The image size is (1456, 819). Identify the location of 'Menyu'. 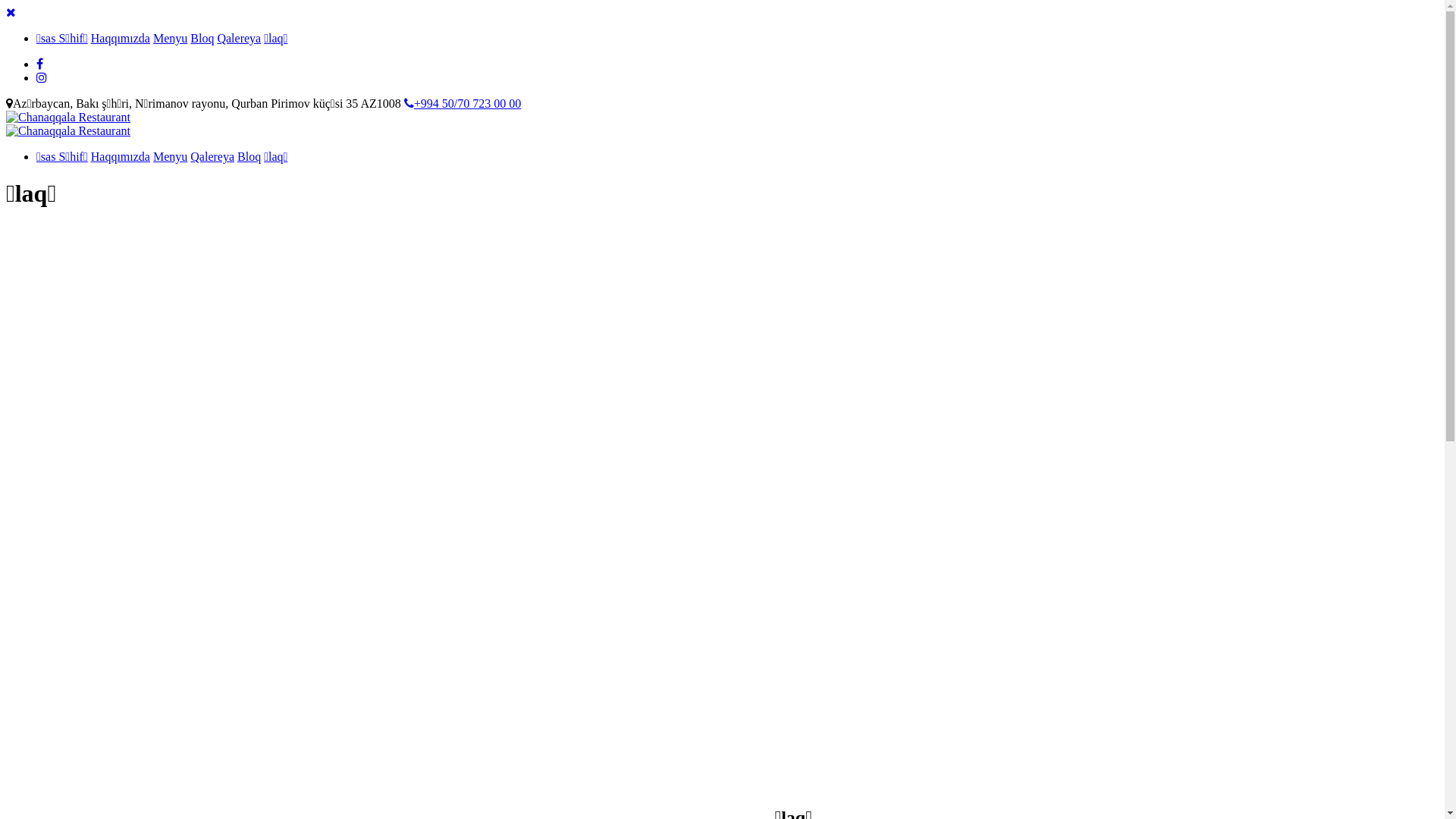
(170, 37).